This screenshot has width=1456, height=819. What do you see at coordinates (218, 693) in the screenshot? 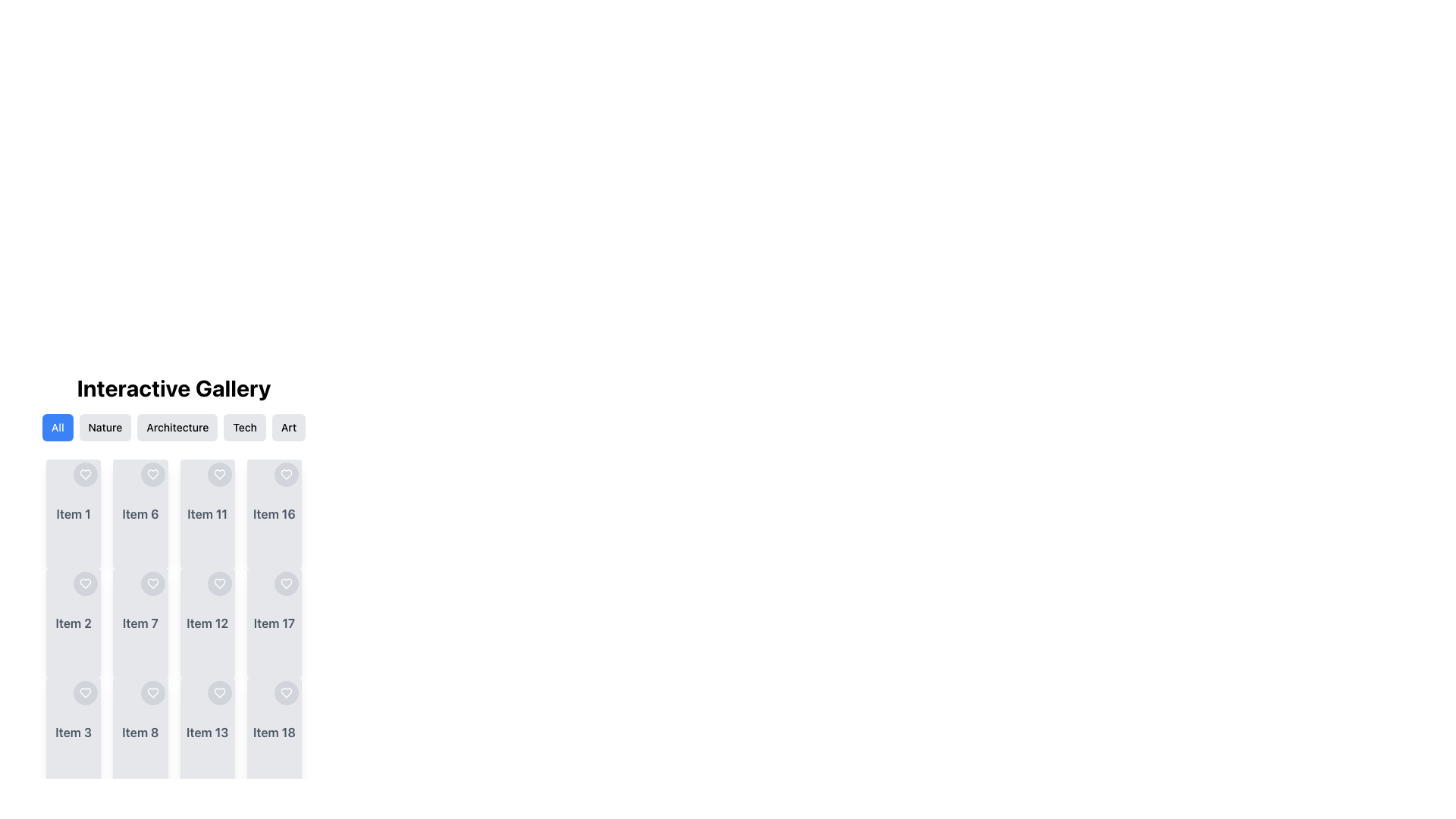
I see `the heart-shaped icon button located in the card labeled 'Item 13' to favorite the item` at bounding box center [218, 693].